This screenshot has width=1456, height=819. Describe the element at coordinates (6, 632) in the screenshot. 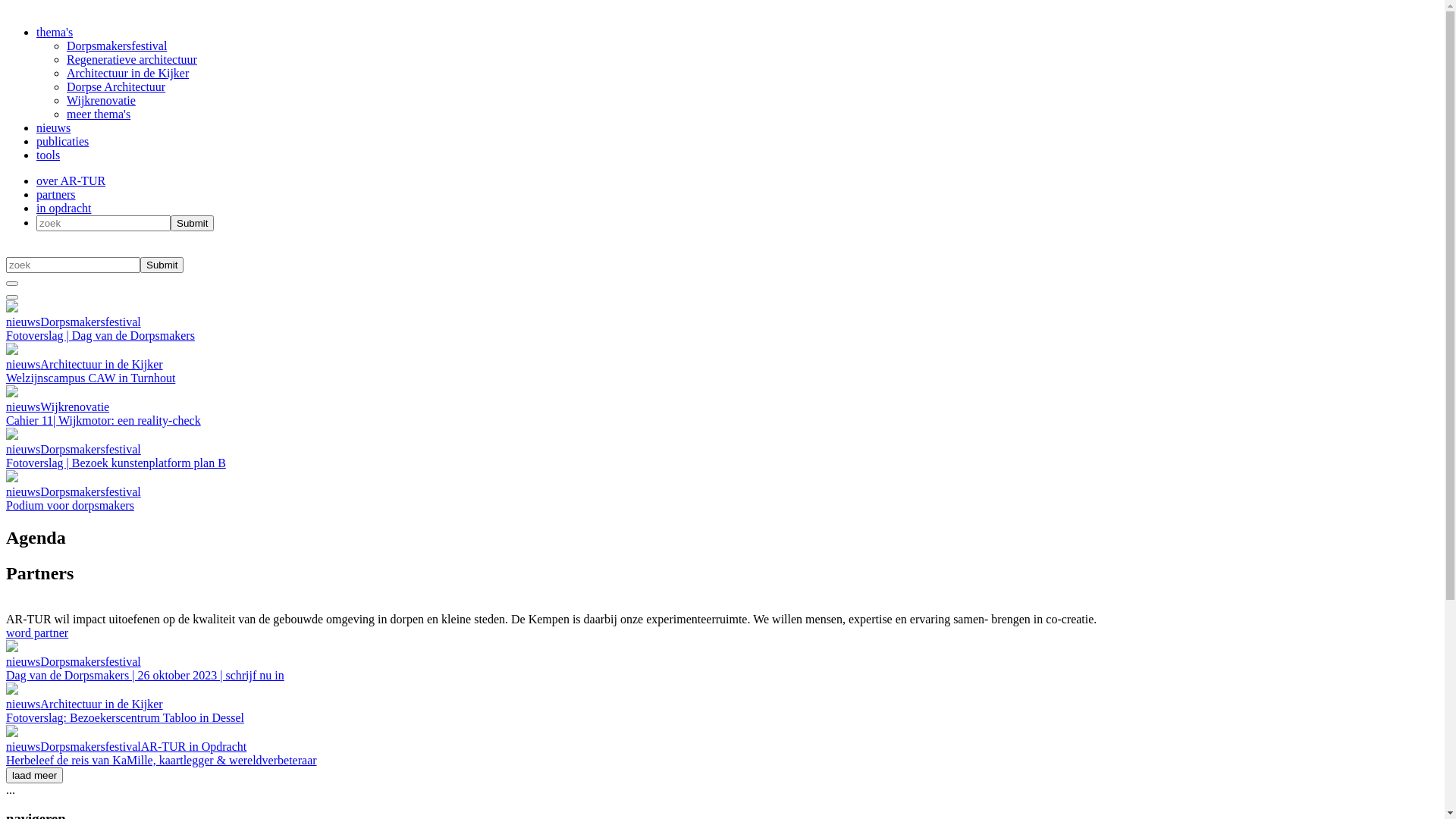

I see `'word partner'` at that location.